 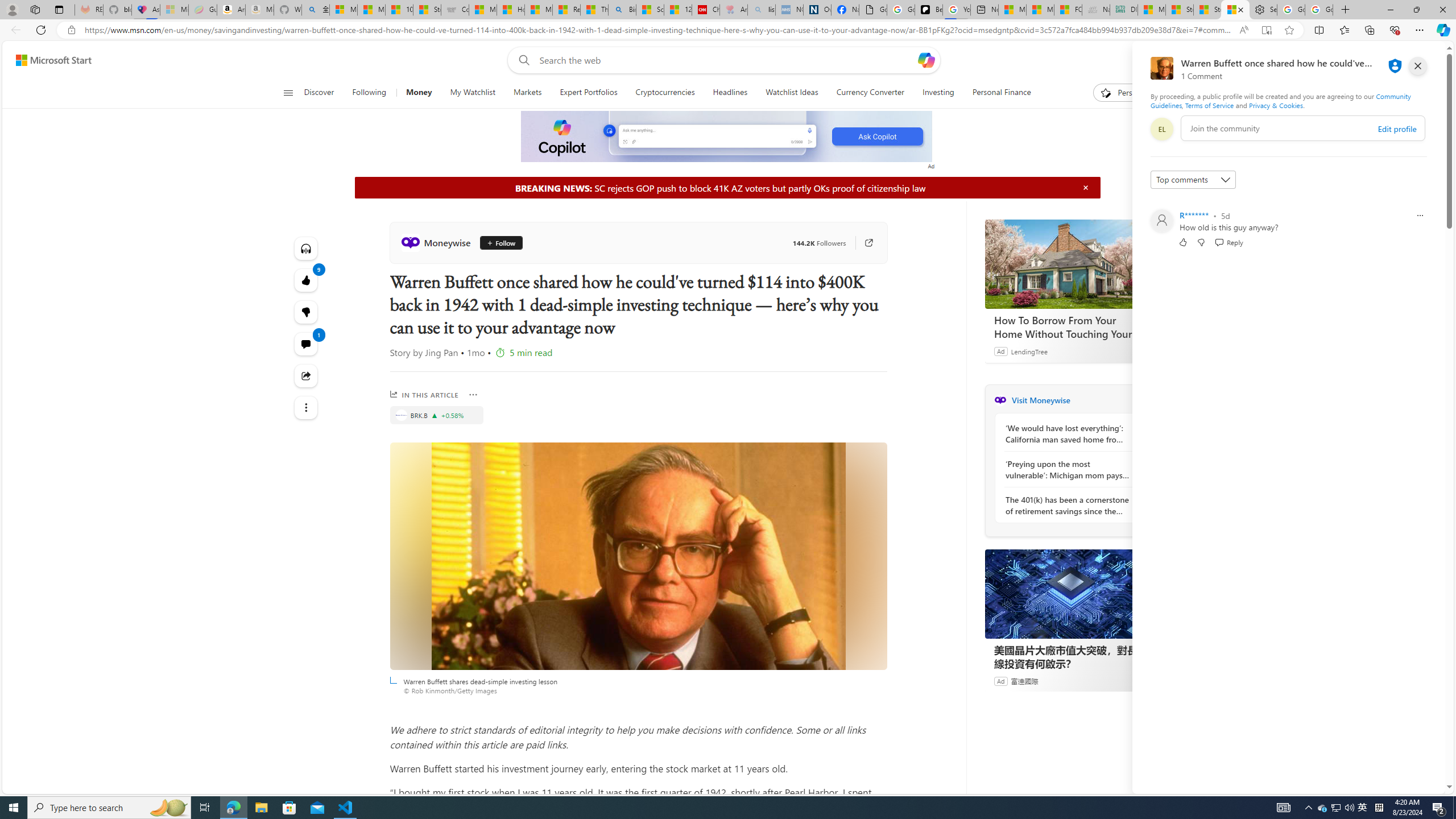 I want to click on '9 Like', so click(x=305, y=279).